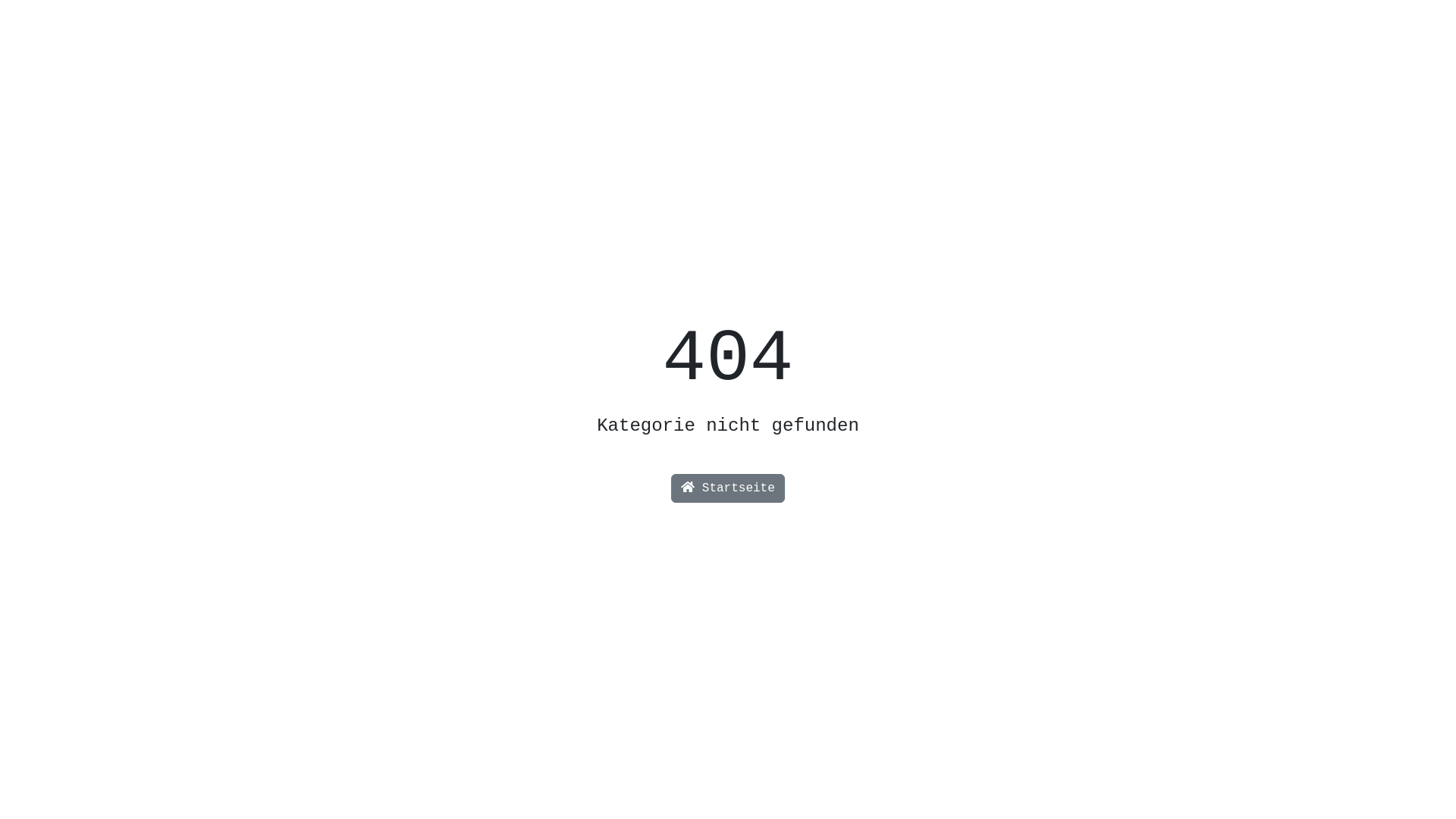 This screenshot has height=819, width=1456. What do you see at coordinates (670, 488) in the screenshot?
I see `'Startseite'` at bounding box center [670, 488].